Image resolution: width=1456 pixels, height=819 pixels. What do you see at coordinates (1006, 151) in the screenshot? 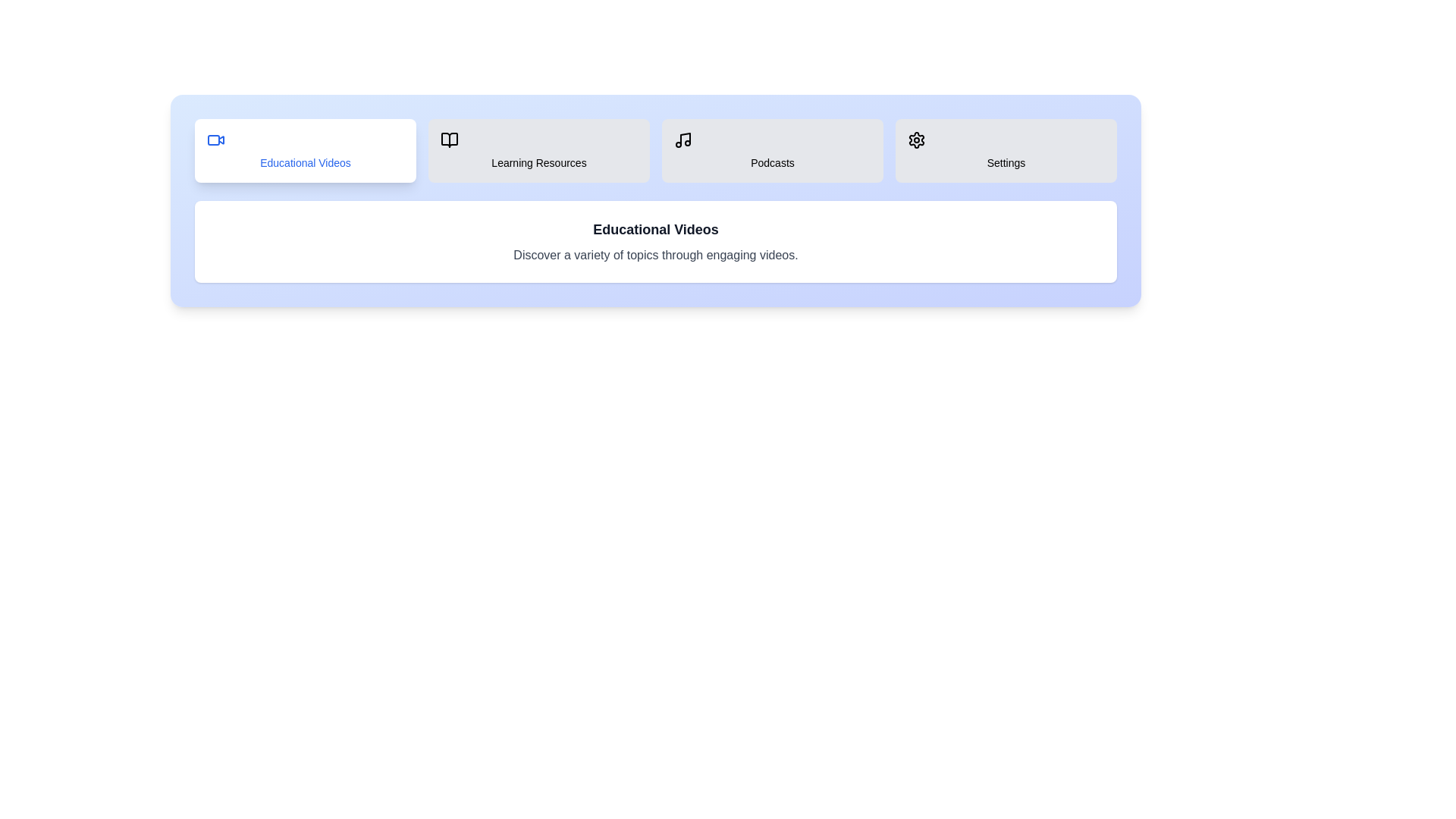
I see `the Settings tab to switch views` at bounding box center [1006, 151].